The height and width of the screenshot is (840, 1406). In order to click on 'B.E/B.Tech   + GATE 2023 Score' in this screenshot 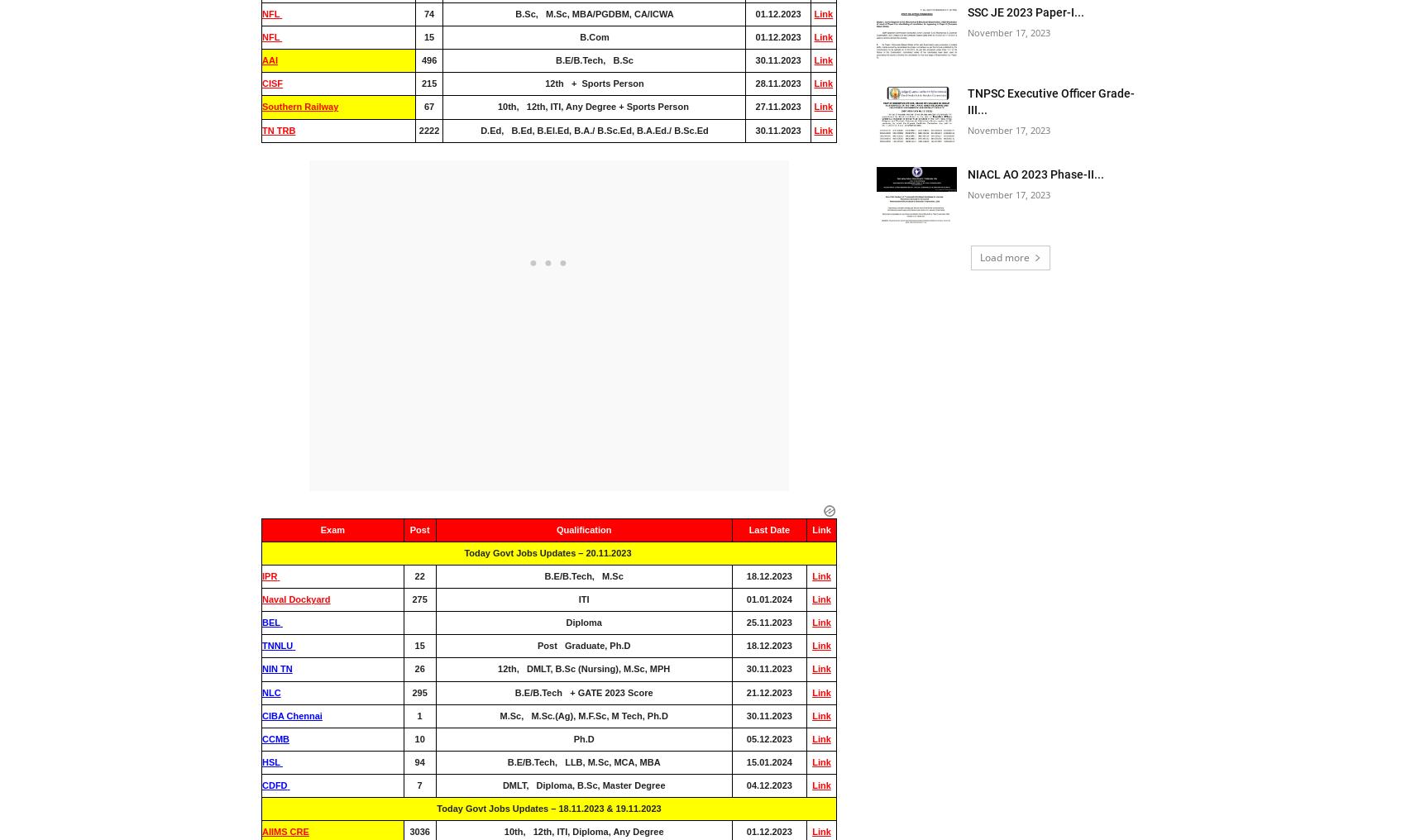, I will do `click(583, 691)`.